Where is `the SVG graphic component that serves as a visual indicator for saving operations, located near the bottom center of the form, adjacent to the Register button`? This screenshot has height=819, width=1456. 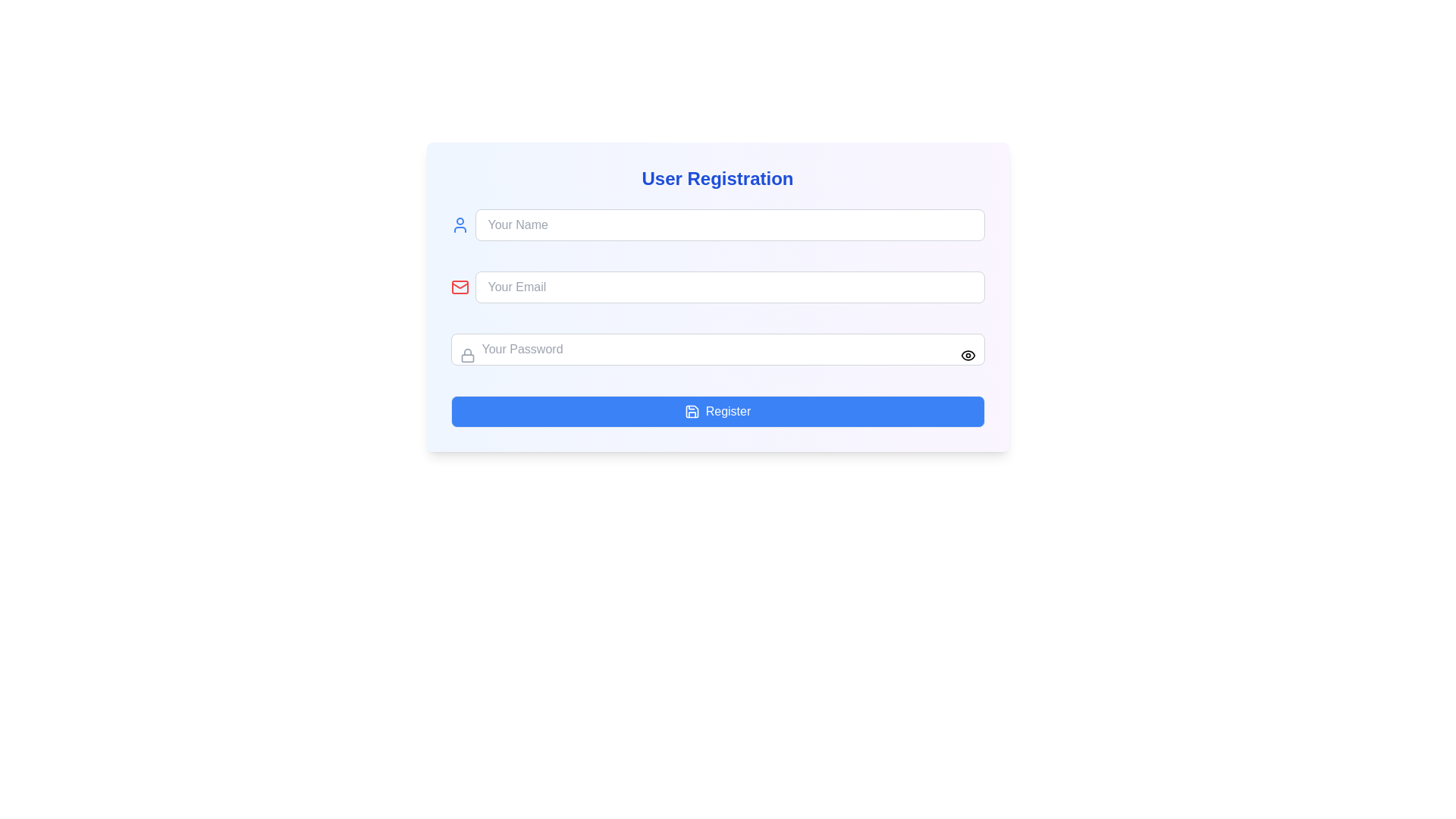 the SVG graphic component that serves as a visual indicator for saving operations, located near the bottom center of the form, adjacent to the Register button is located at coordinates (691, 412).